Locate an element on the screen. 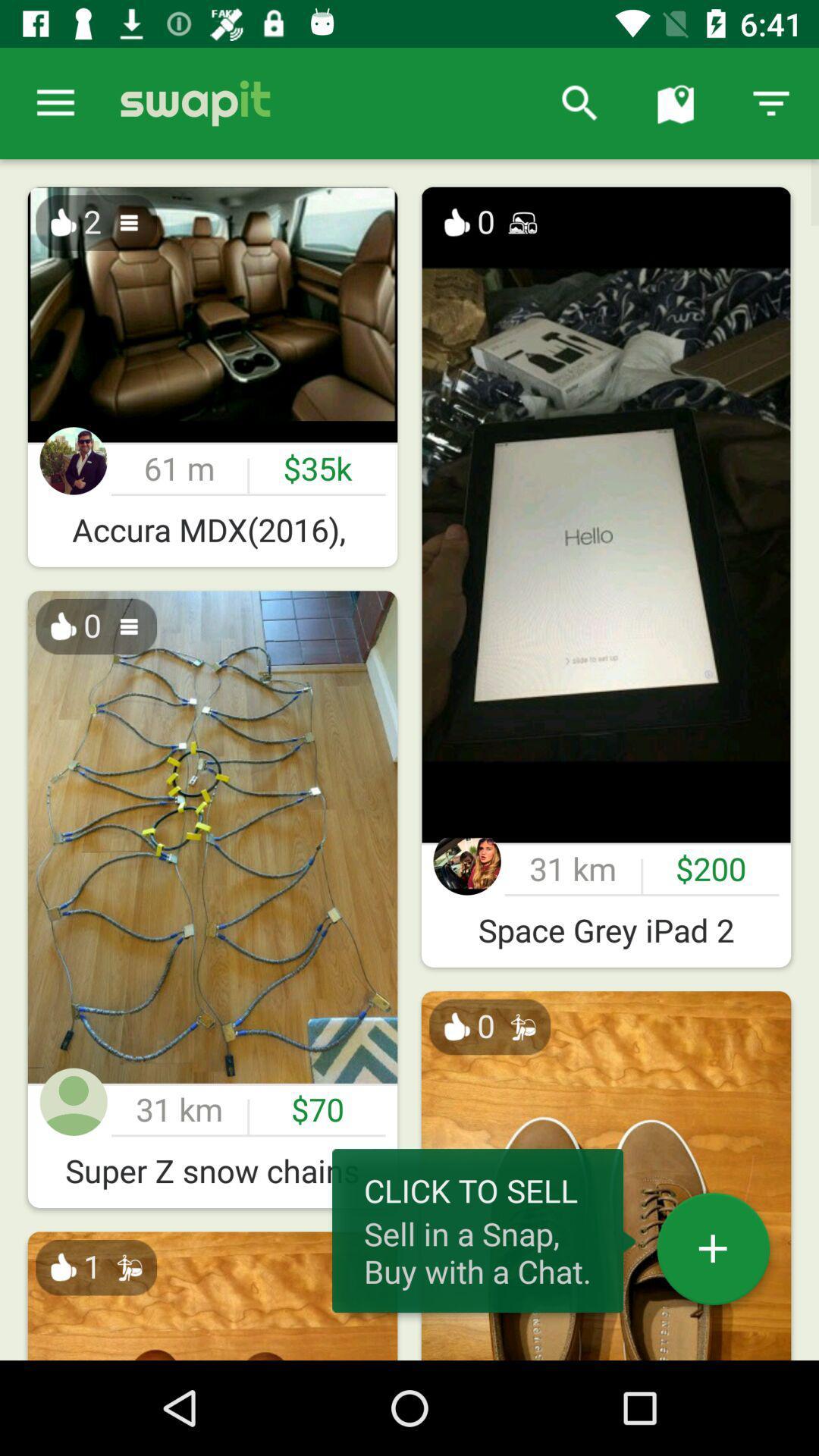  the add icon is located at coordinates (713, 1254).